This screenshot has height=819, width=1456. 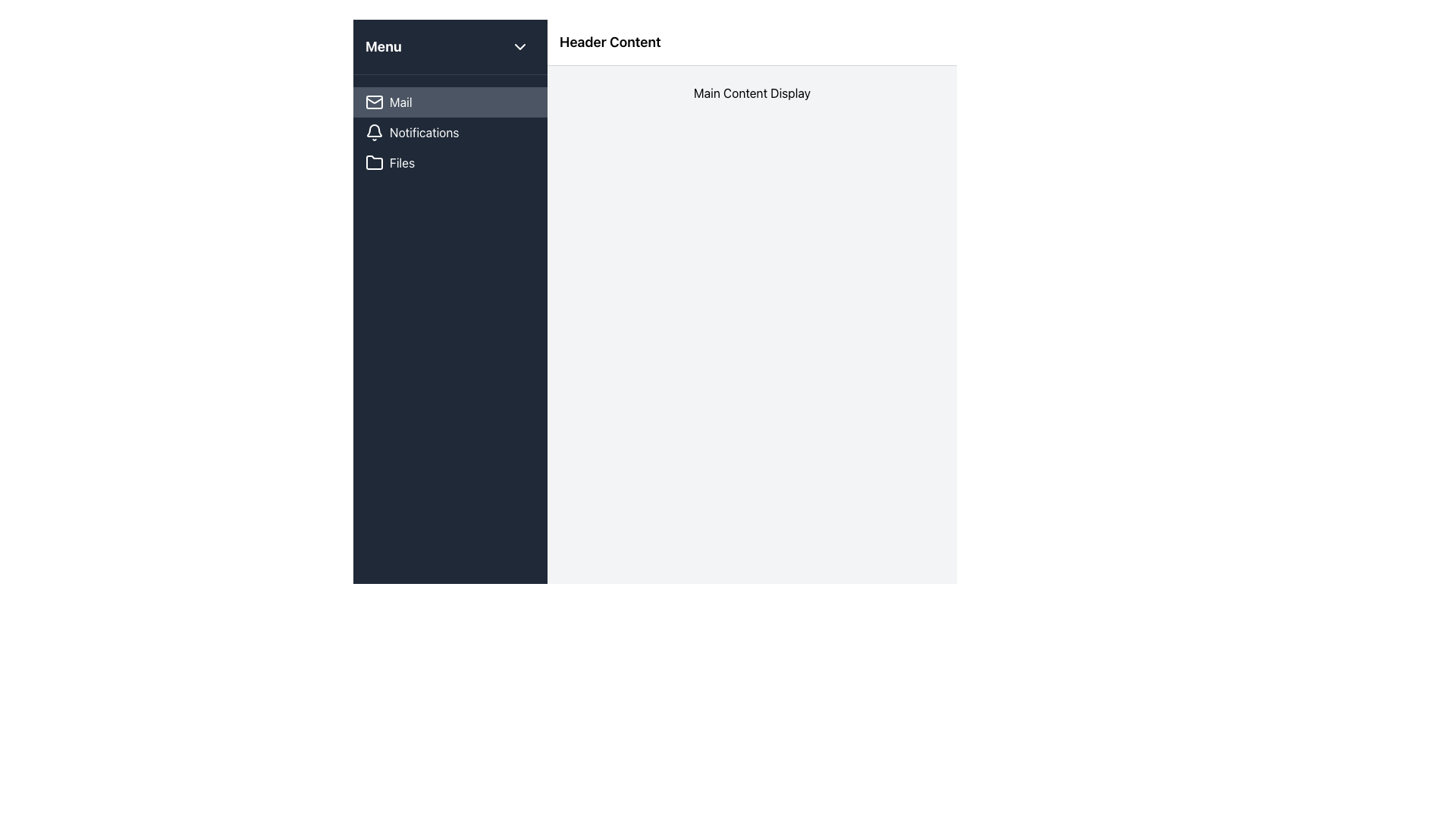 What do you see at coordinates (375, 163) in the screenshot?
I see `the folder icon located within the 'Files' menu option in the vertical navigation bar, positioned below the 'Notifications' menu item` at bounding box center [375, 163].